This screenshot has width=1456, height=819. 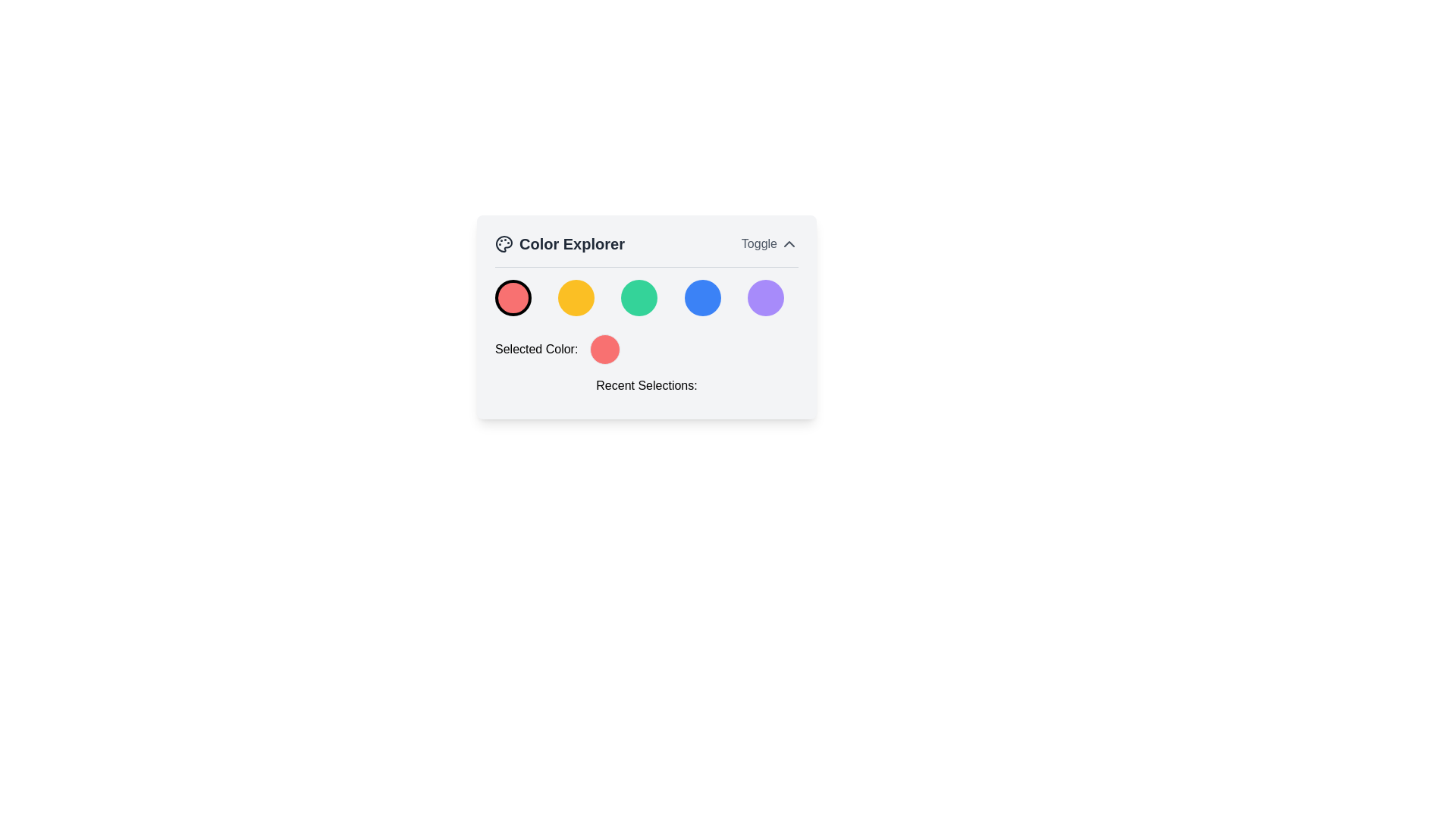 I want to click on the 'Color Explorer' label, which displays the text in a bold and large font and has a decorative palette icon on its left, so click(x=559, y=243).